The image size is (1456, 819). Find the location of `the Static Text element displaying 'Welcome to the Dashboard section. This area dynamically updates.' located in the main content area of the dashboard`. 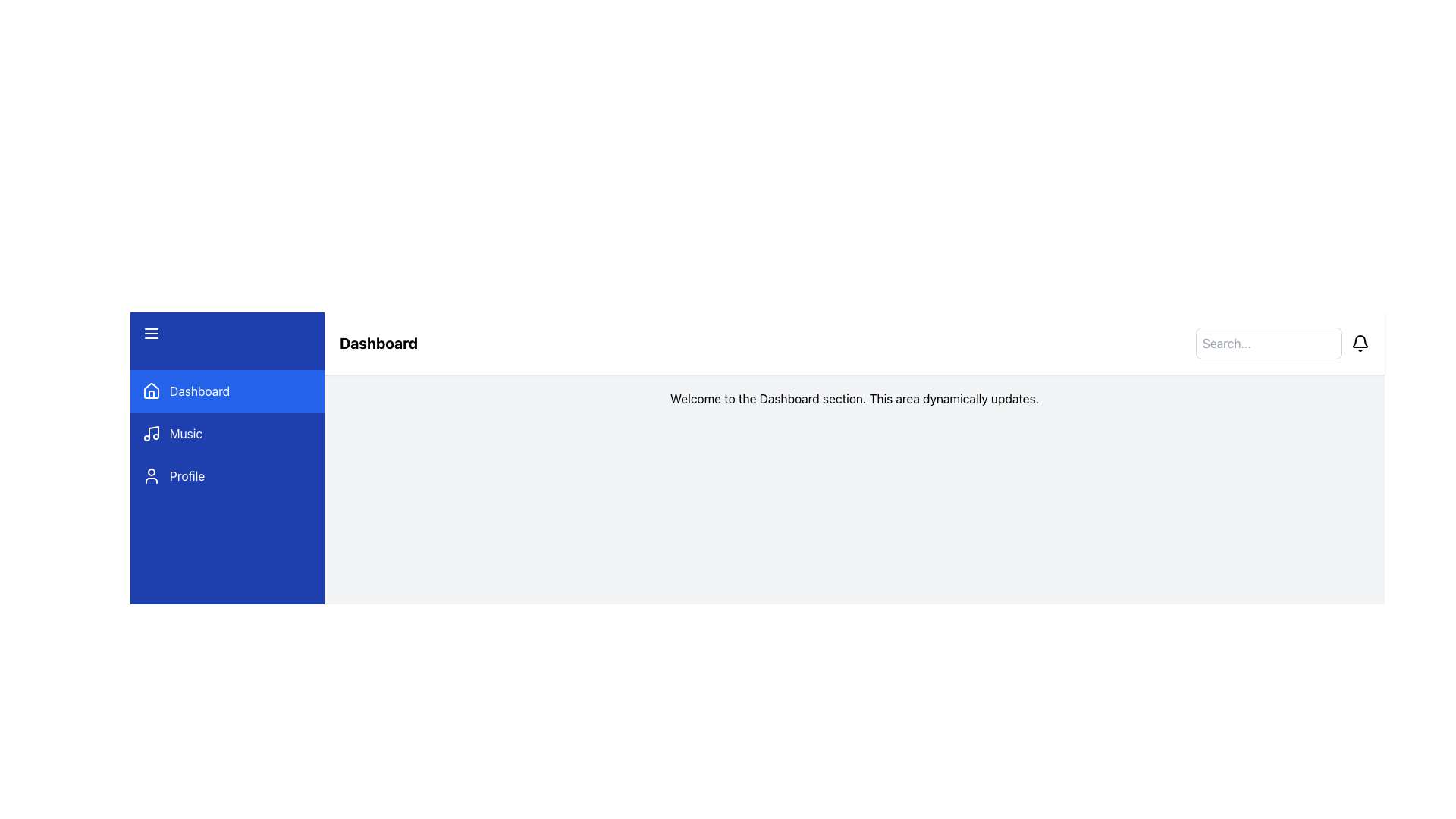

the Static Text element displaying 'Welcome to the Dashboard section. This area dynamically updates.' located in the main content area of the dashboard is located at coordinates (855, 397).